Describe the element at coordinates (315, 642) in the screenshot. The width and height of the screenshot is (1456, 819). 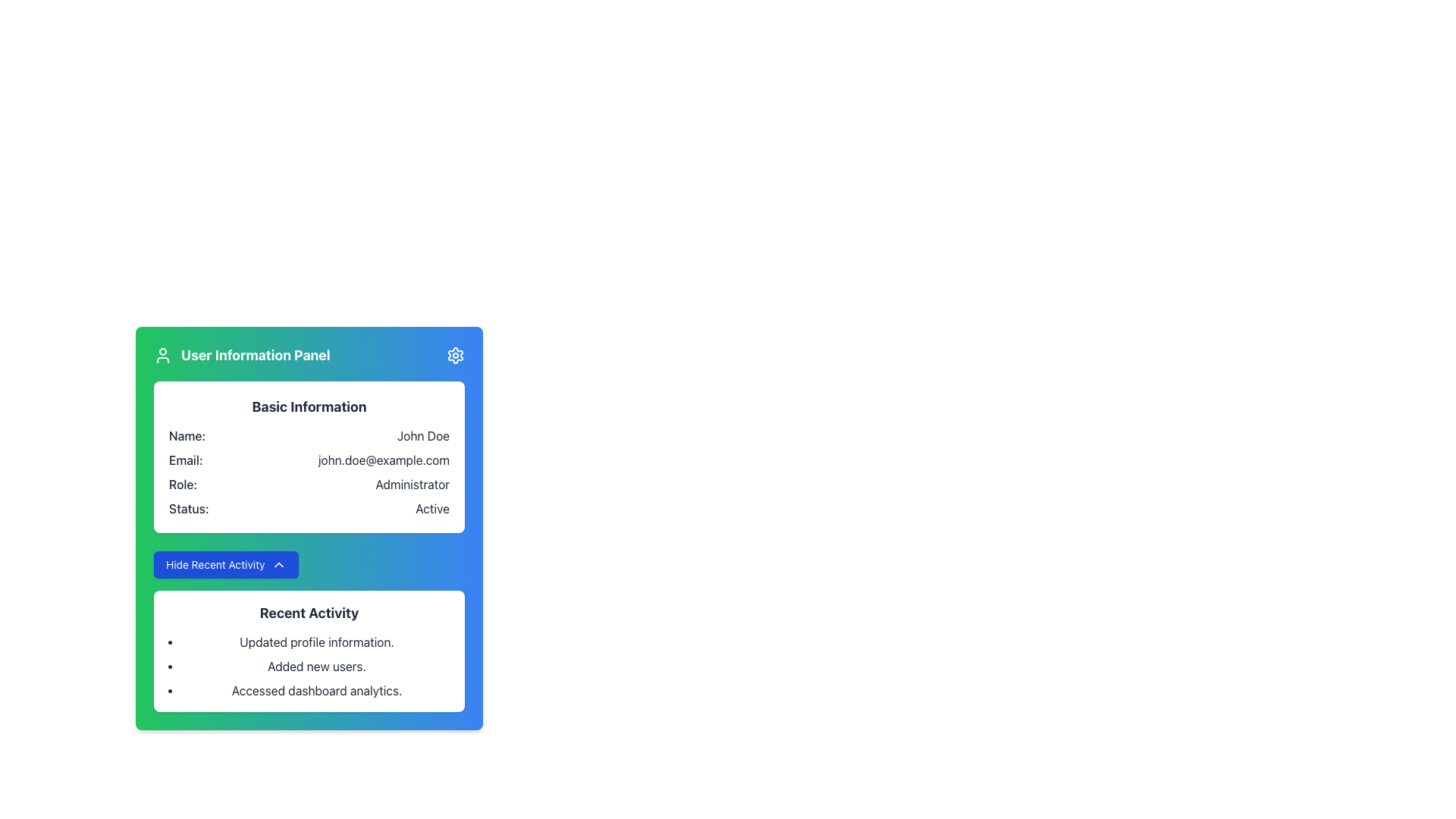
I see `text of the first item in the Recent Activity section, which says 'Updated profile information.'` at that location.